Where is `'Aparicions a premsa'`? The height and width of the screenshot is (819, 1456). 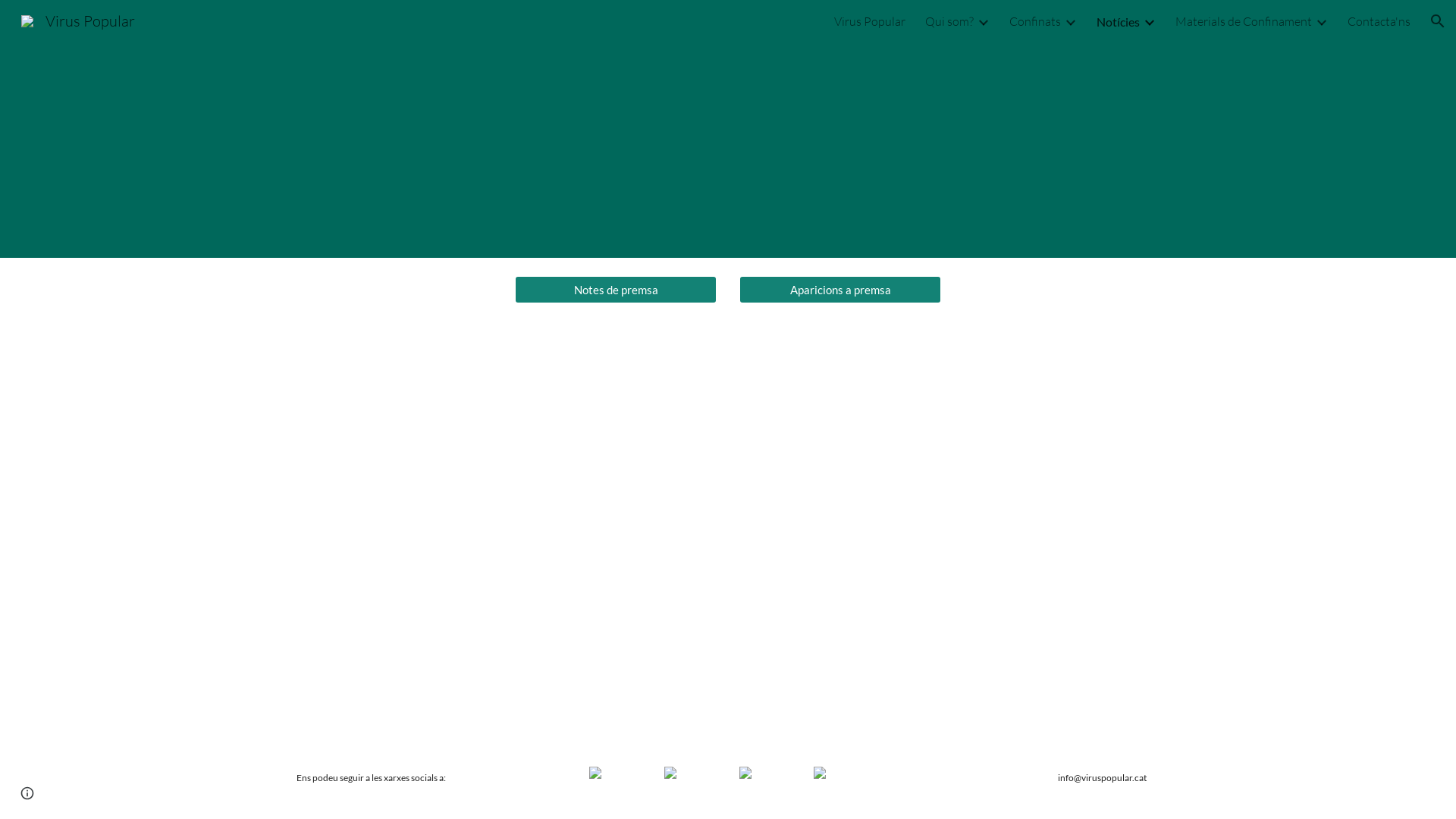
'Aparicions a premsa' is located at coordinates (839, 289).